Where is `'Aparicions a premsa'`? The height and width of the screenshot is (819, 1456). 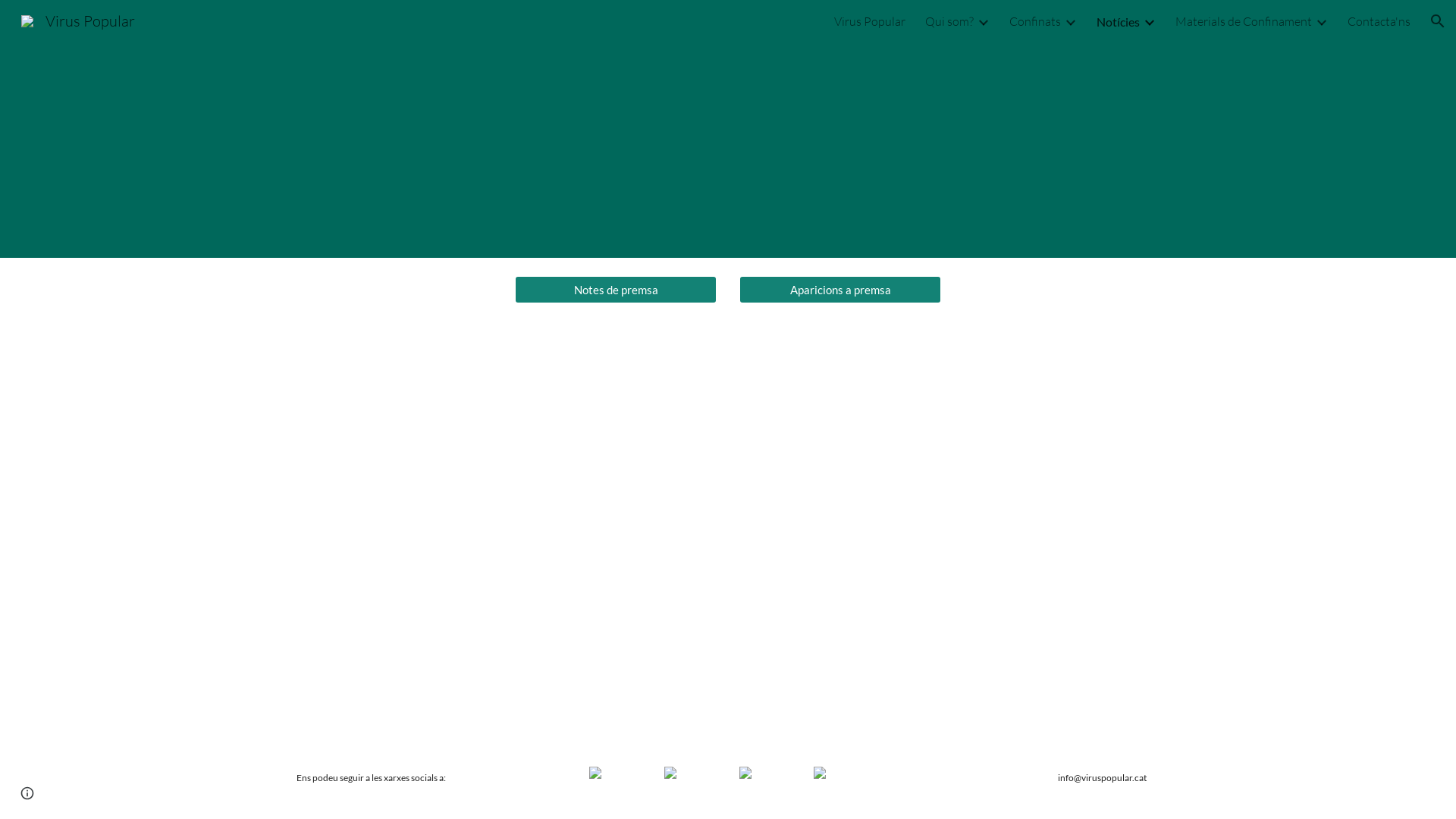
'Aparicions a premsa' is located at coordinates (839, 289).